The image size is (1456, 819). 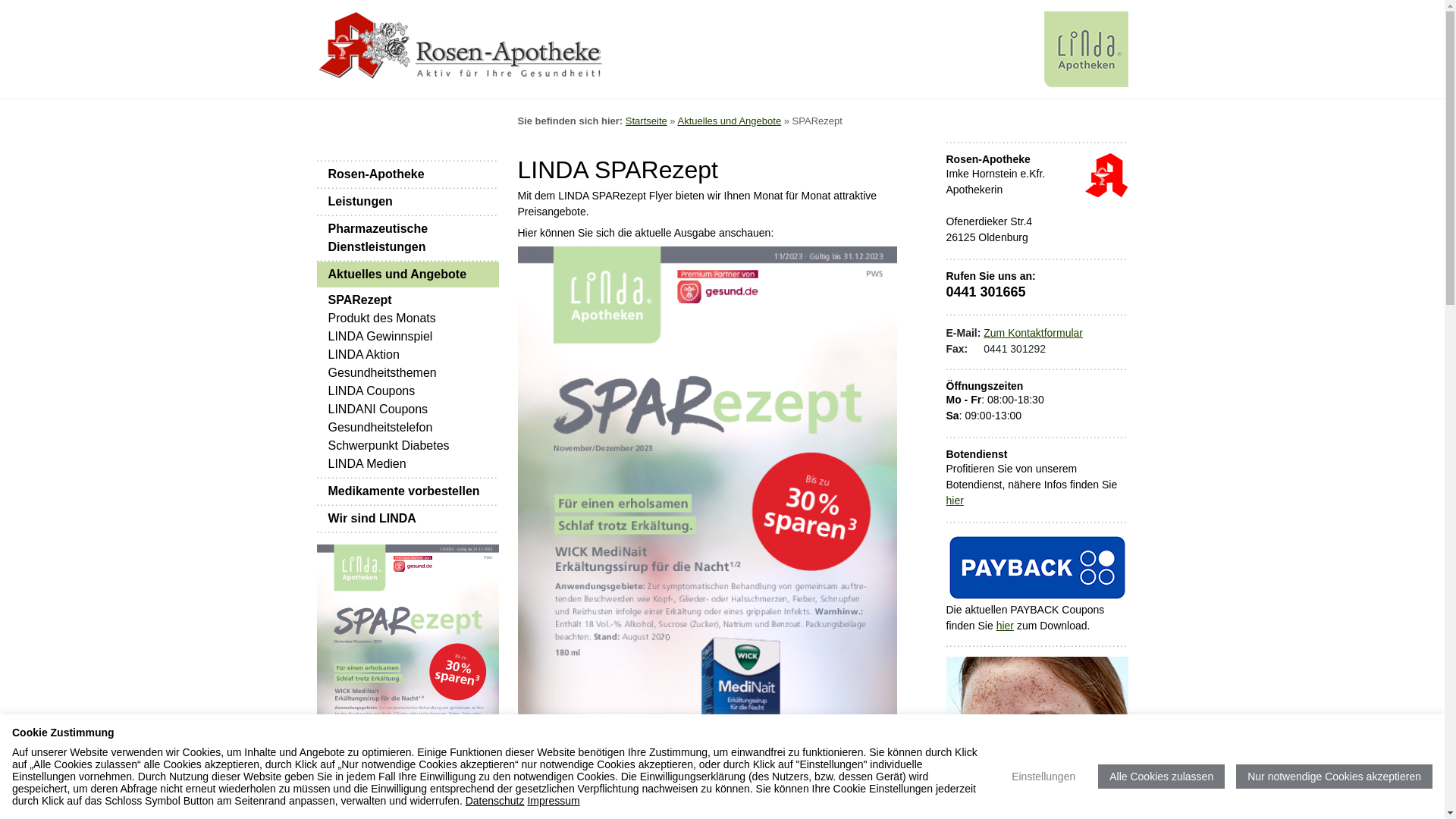 What do you see at coordinates (494, 800) in the screenshot?
I see `'Datenschutz'` at bounding box center [494, 800].